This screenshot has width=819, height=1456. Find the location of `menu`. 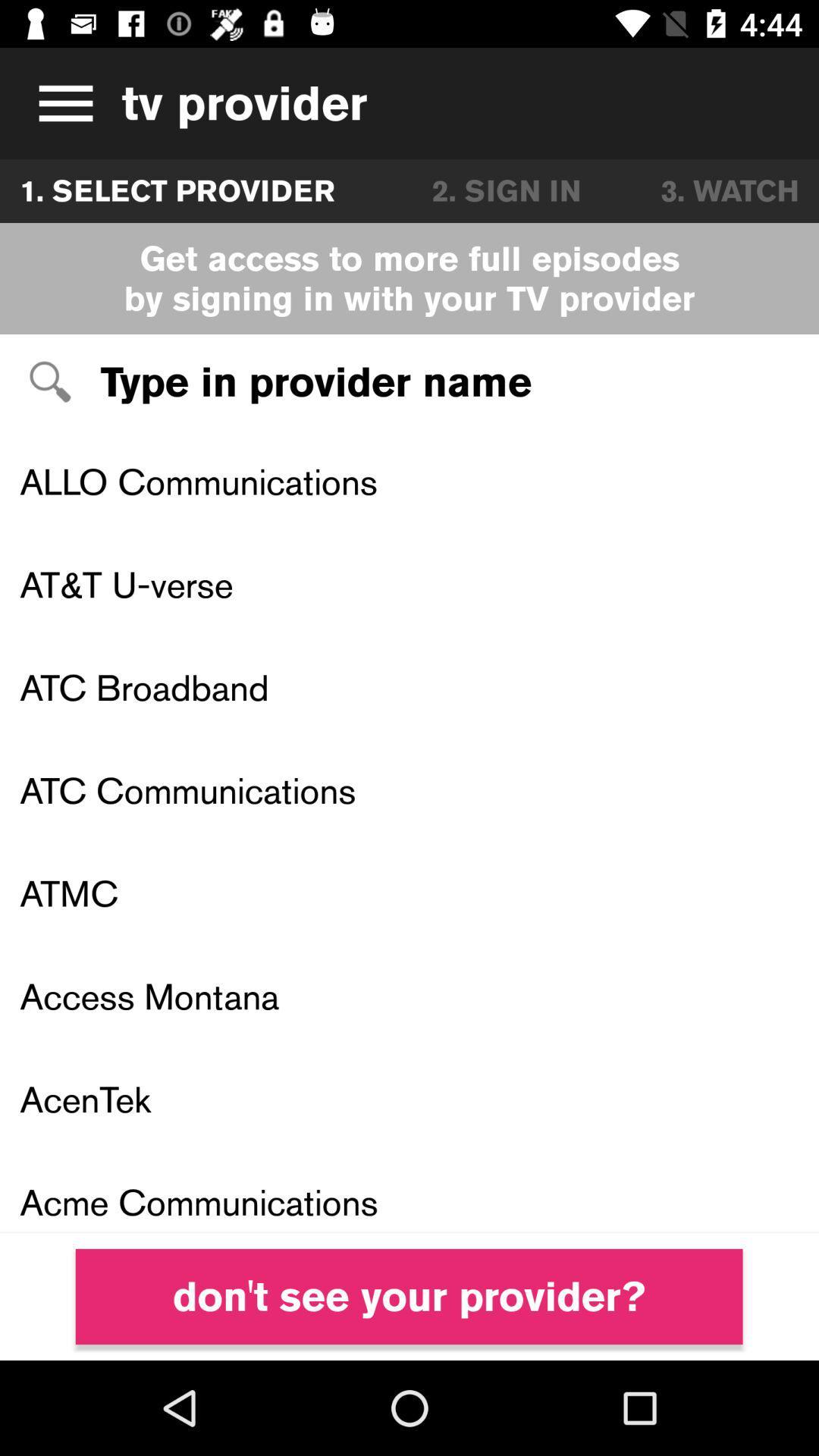

menu is located at coordinates (60, 102).